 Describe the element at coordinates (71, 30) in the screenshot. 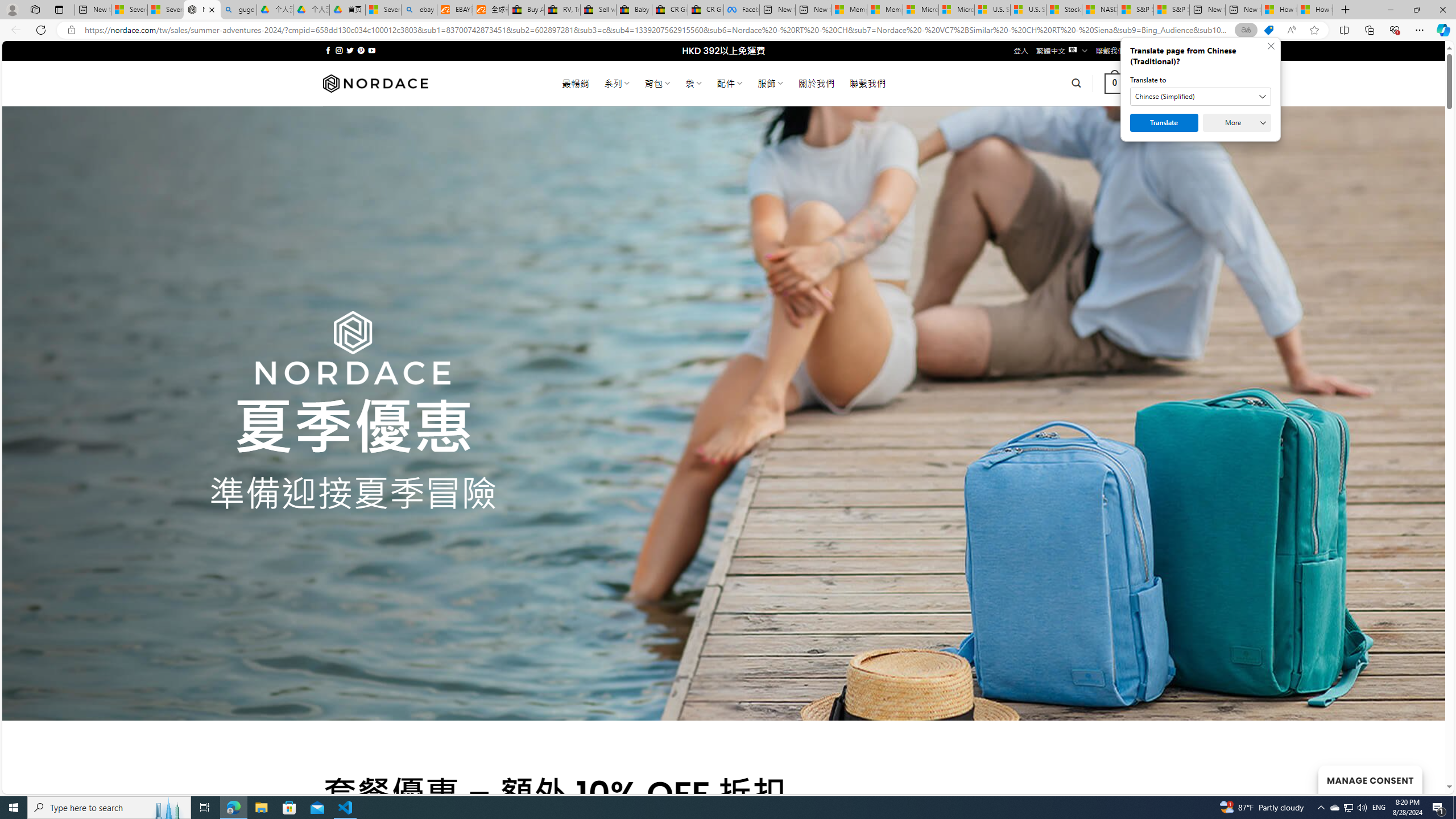

I see `'View site information'` at that location.